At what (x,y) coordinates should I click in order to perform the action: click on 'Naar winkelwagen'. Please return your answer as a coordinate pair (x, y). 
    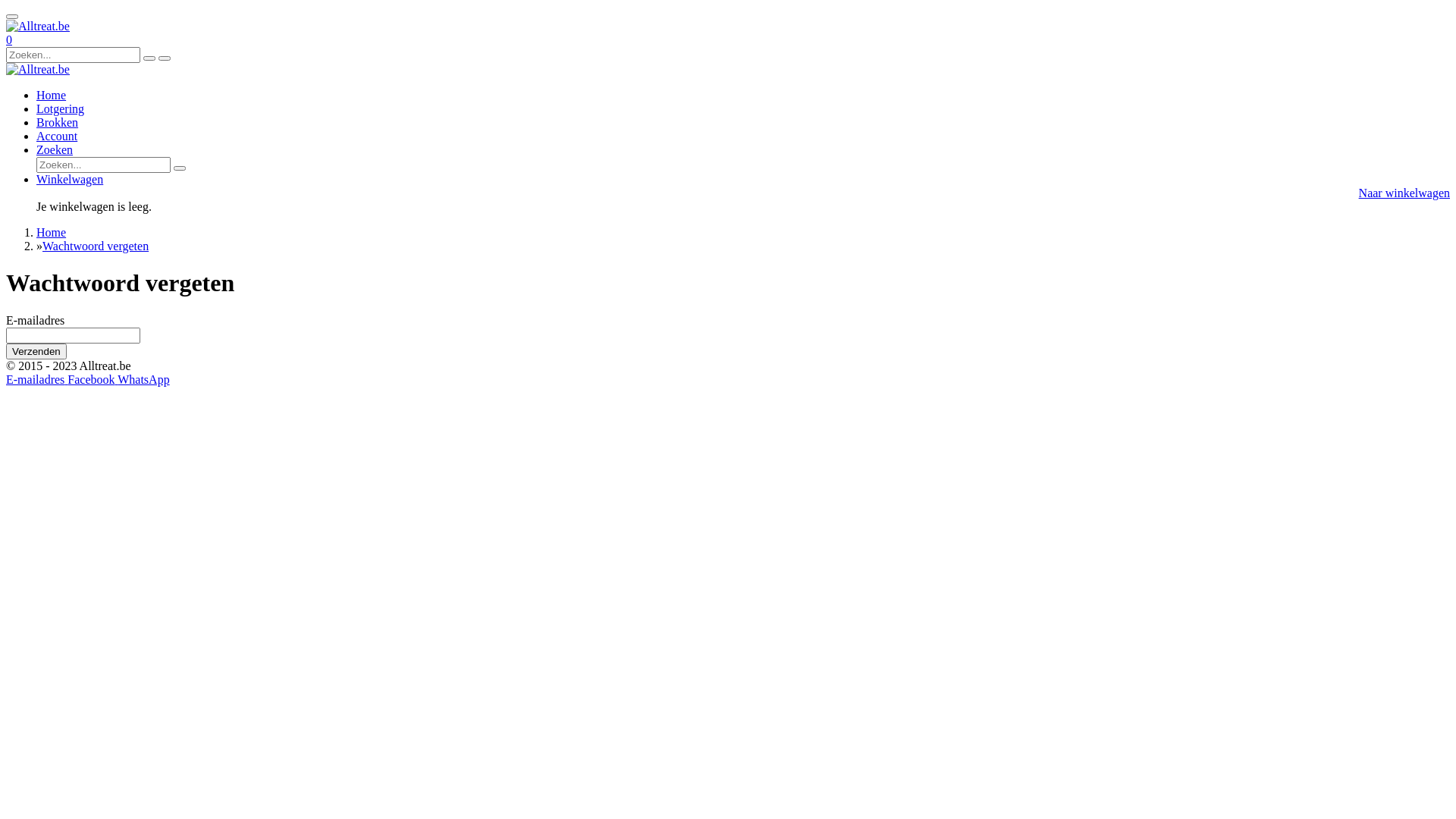
    Looking at the image, I should click on (1404, 192).